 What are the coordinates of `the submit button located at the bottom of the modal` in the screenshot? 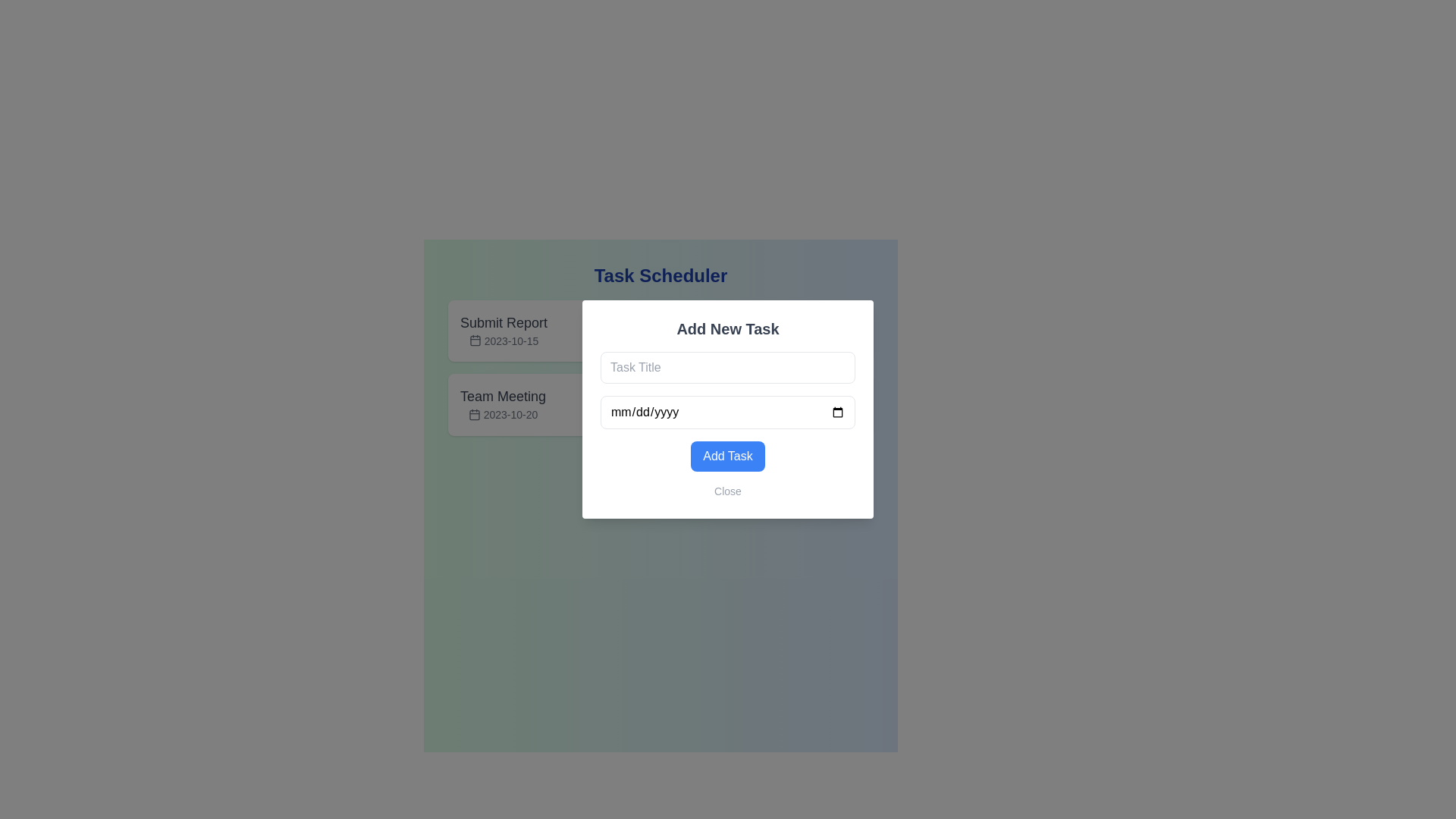 It's located at (728, 455).